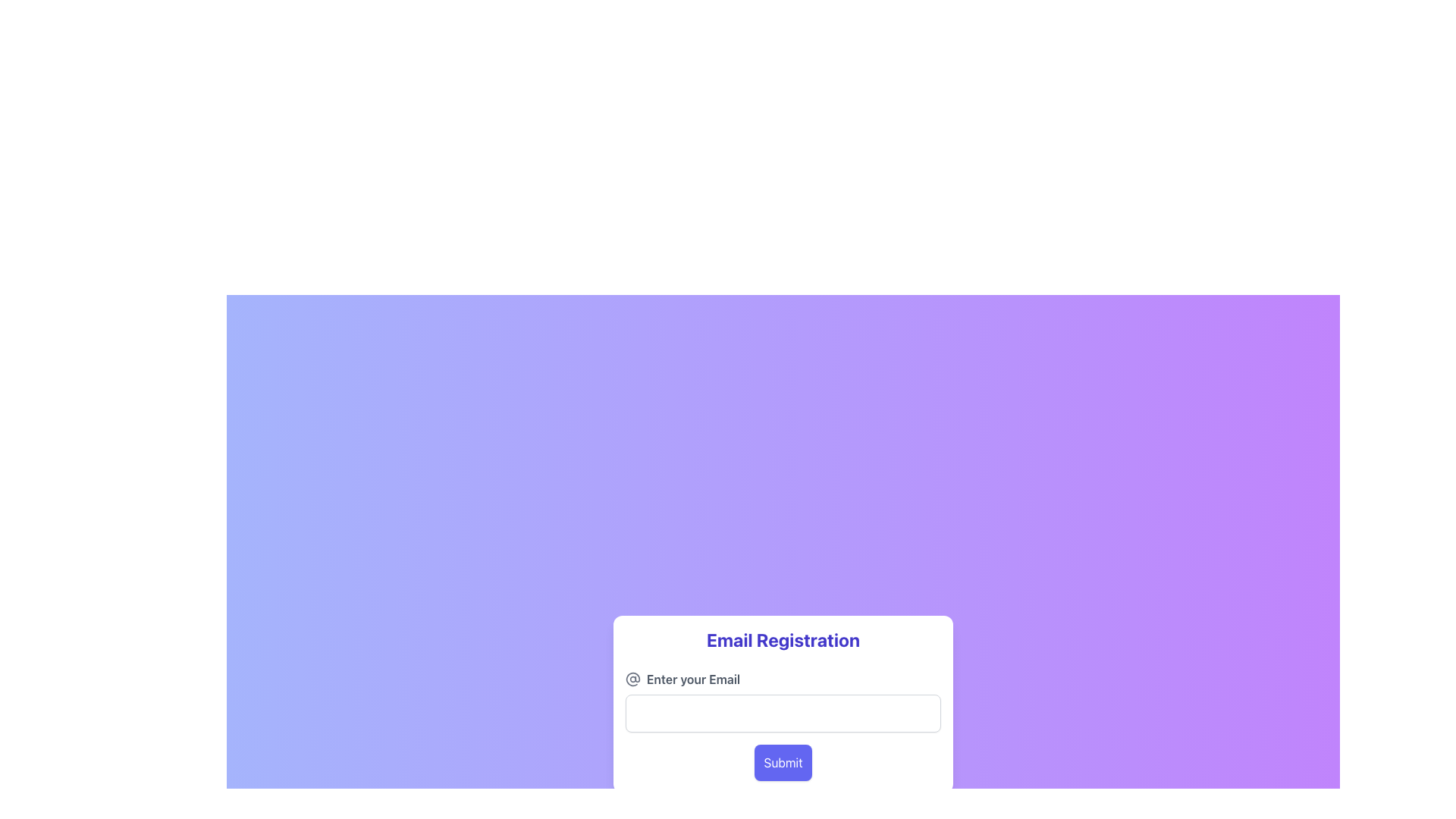  Describe the element at coordinates (633, 678) in the screenshot. I see `the email input icon located to the left of the 'Enter your Email' text, which serves as a symbolic cue for the label` at that location.